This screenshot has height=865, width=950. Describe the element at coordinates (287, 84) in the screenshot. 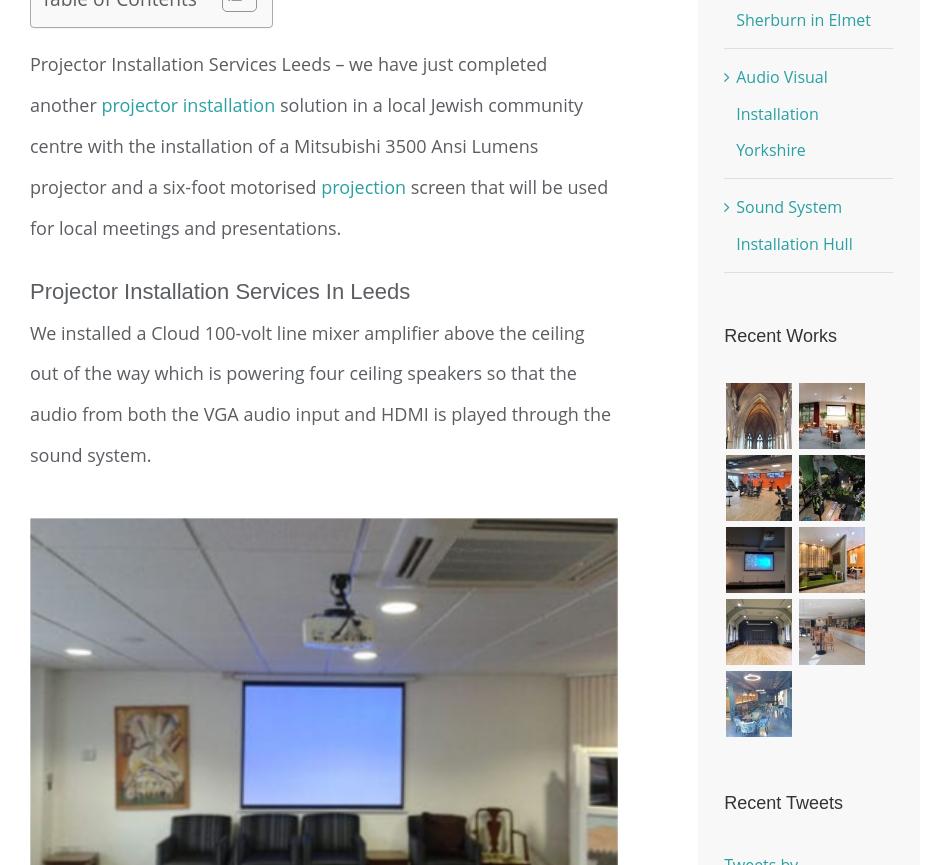

I see `'Projector Installation Services Leeds – we have just completed another'` at that location.